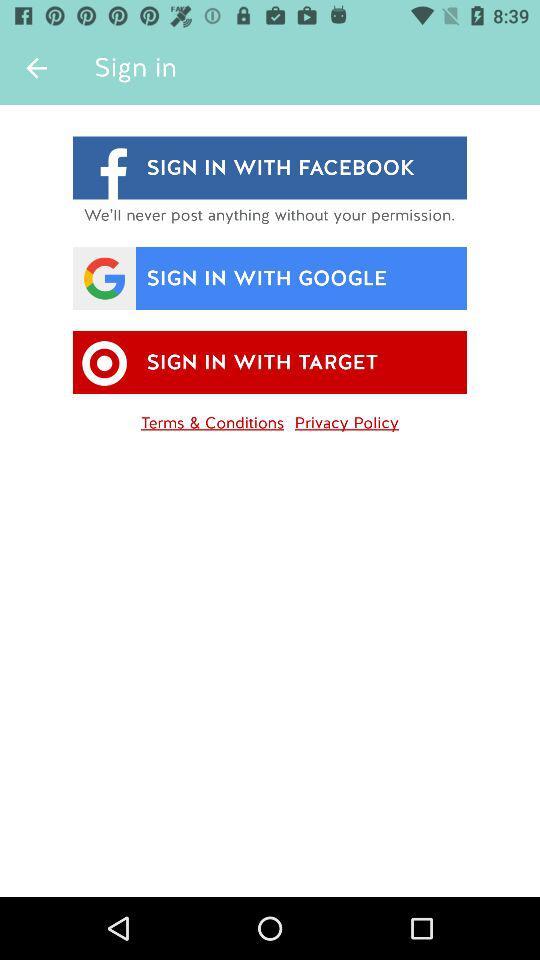  I want to click on icon next to terms & conditions item, so click(345, 418).